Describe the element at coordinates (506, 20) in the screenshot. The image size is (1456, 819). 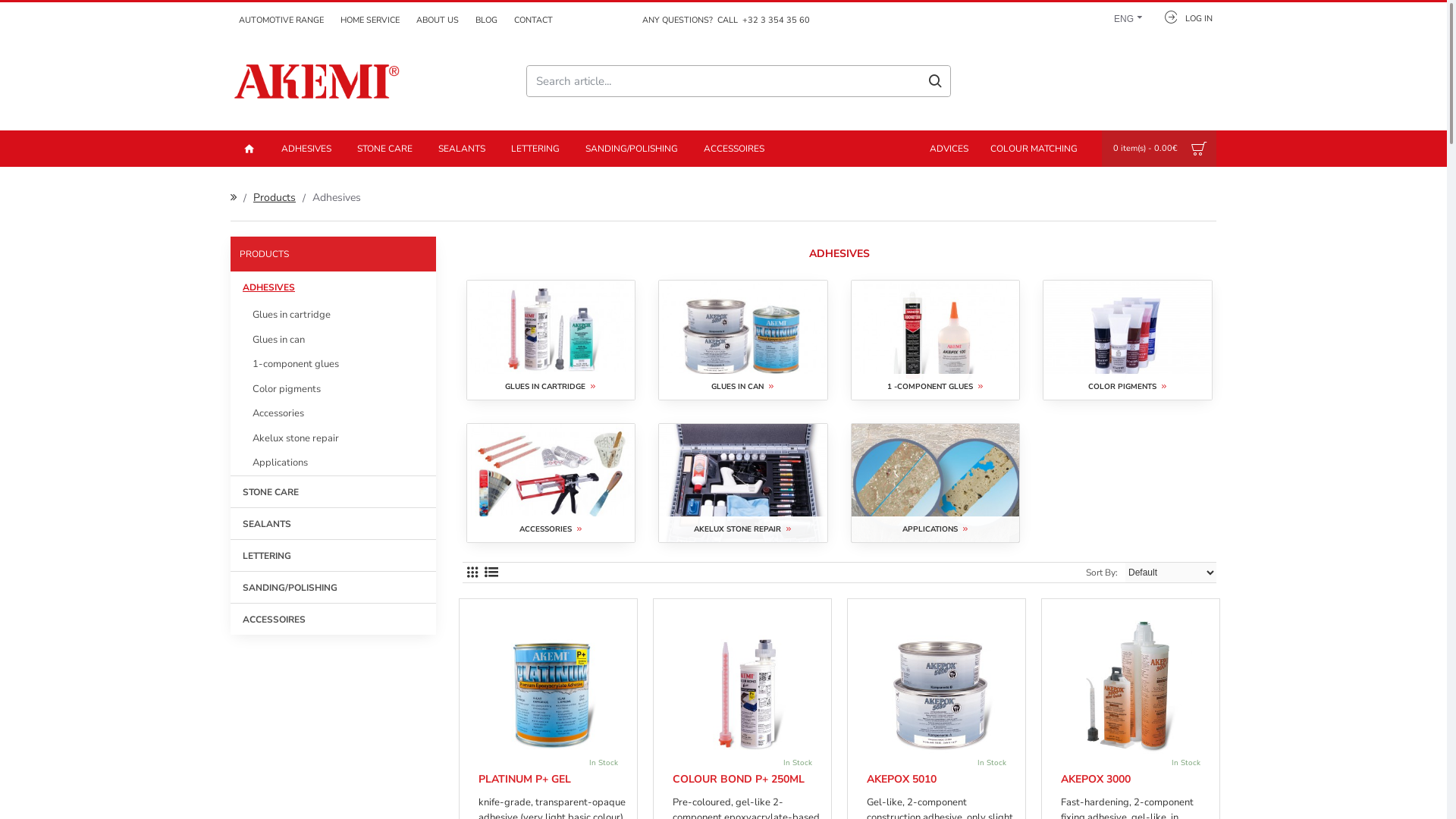
I see `'CONTACT'` at that location.